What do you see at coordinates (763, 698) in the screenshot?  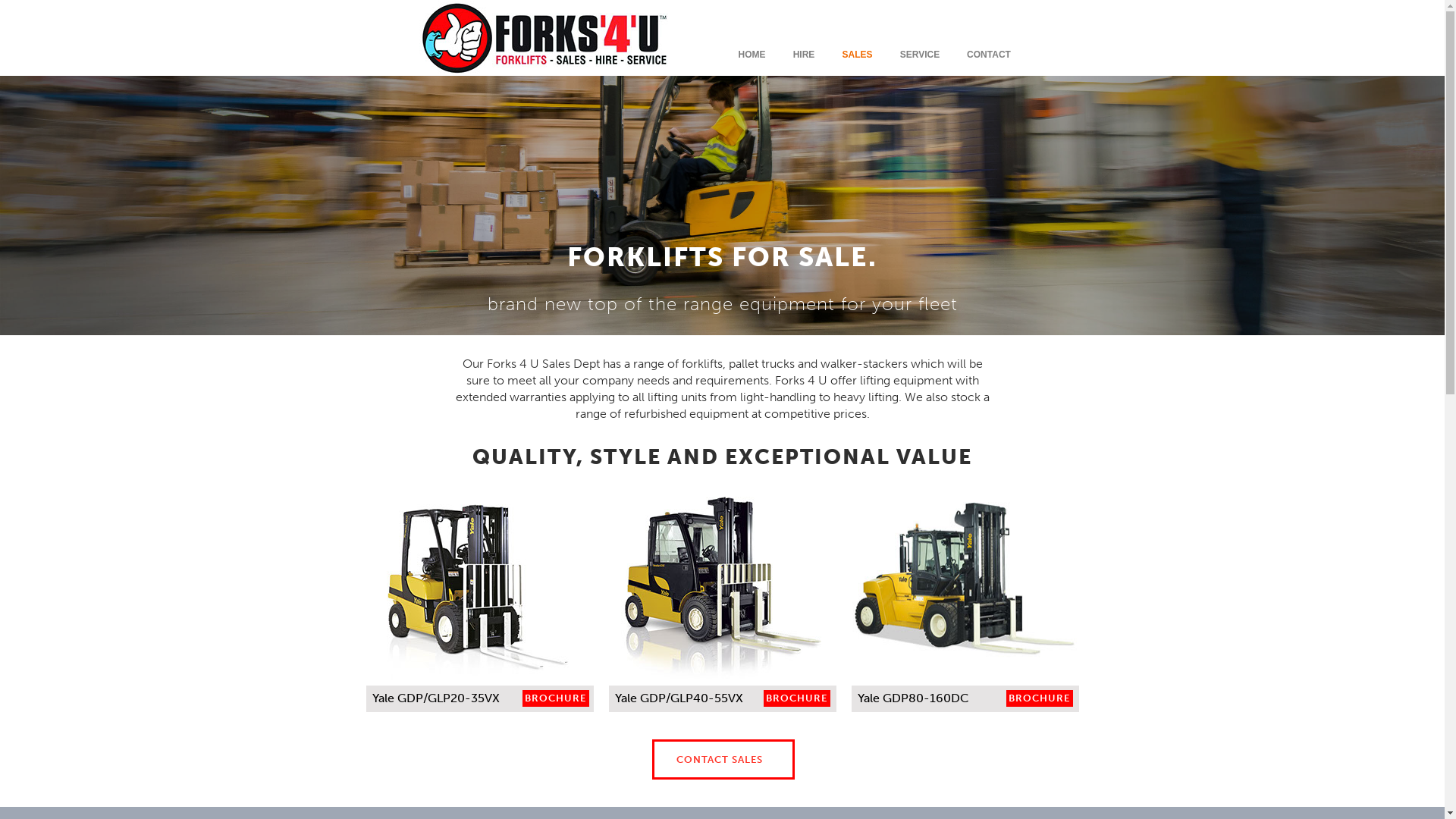 I see `'BROCHURE'` at bounding box center [763, 698].